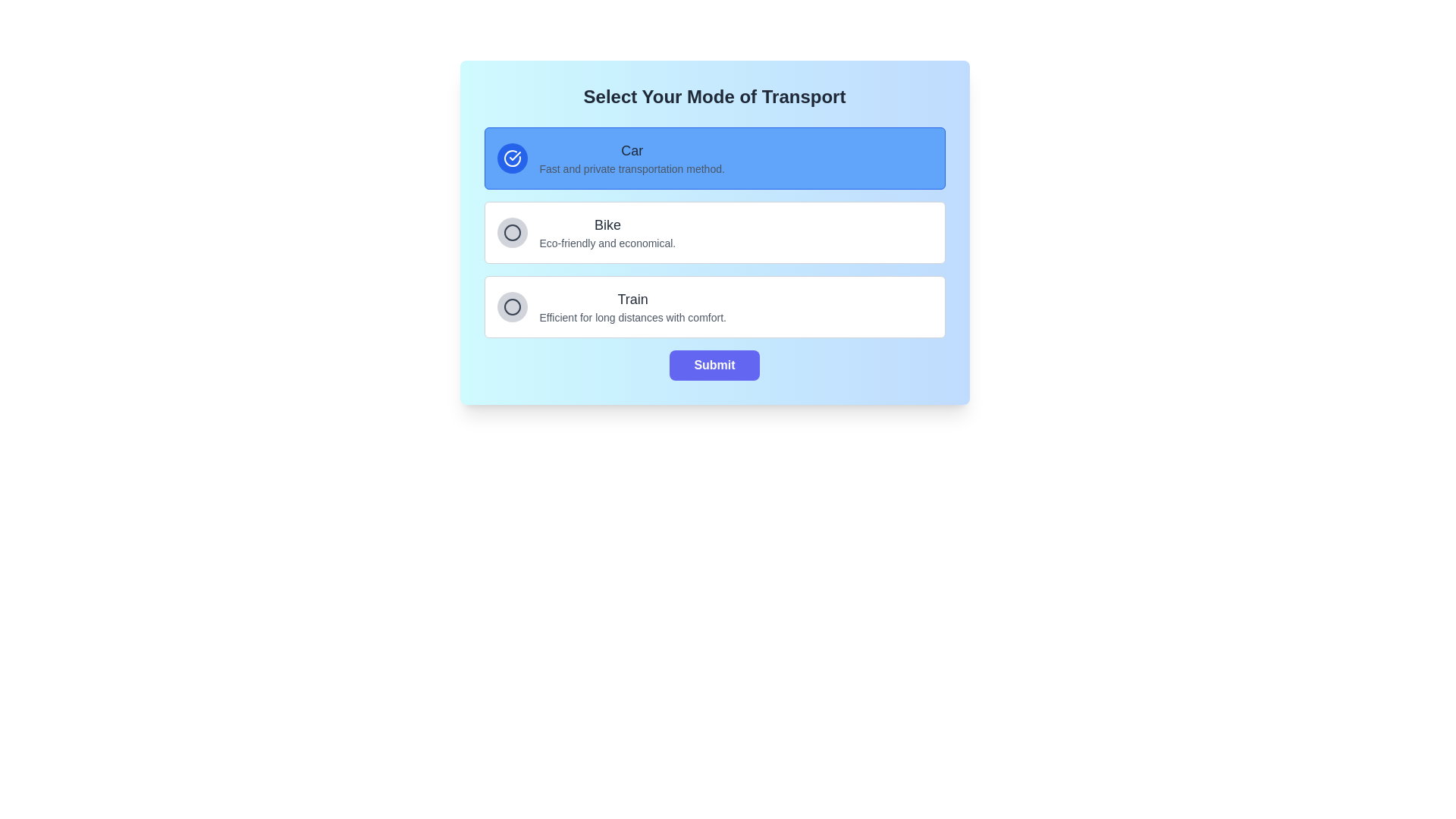  I want to click on the 'Train' option in the selectable list for mode of transport, which is the third item below 'Car' and 'Bike', so click(714, 307).